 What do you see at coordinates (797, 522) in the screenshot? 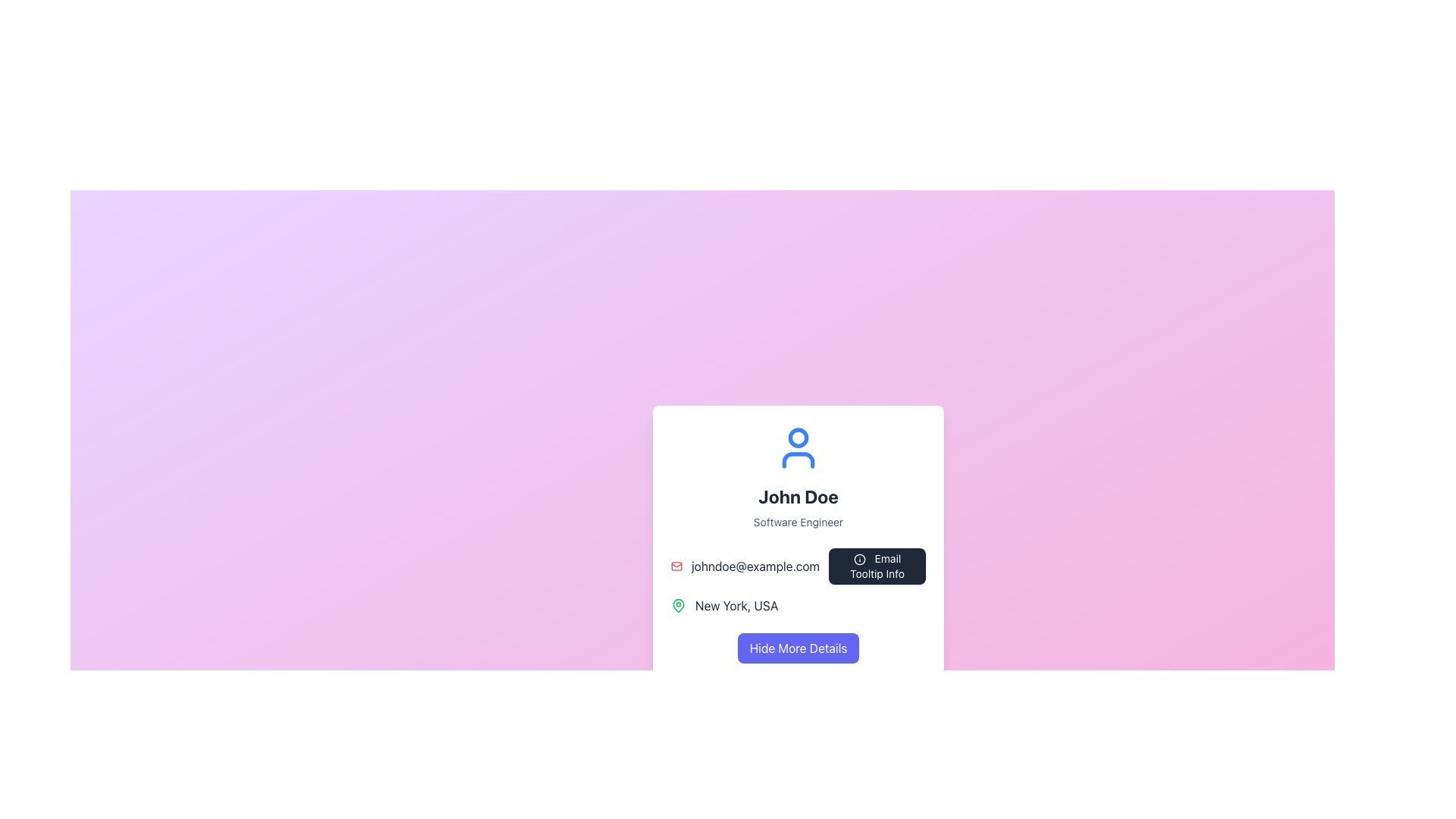
I see `the static text label reading 'Software Engineer' located below the bold 'John Doe' text label in the user's profile card` at bounding box center [797, 522].